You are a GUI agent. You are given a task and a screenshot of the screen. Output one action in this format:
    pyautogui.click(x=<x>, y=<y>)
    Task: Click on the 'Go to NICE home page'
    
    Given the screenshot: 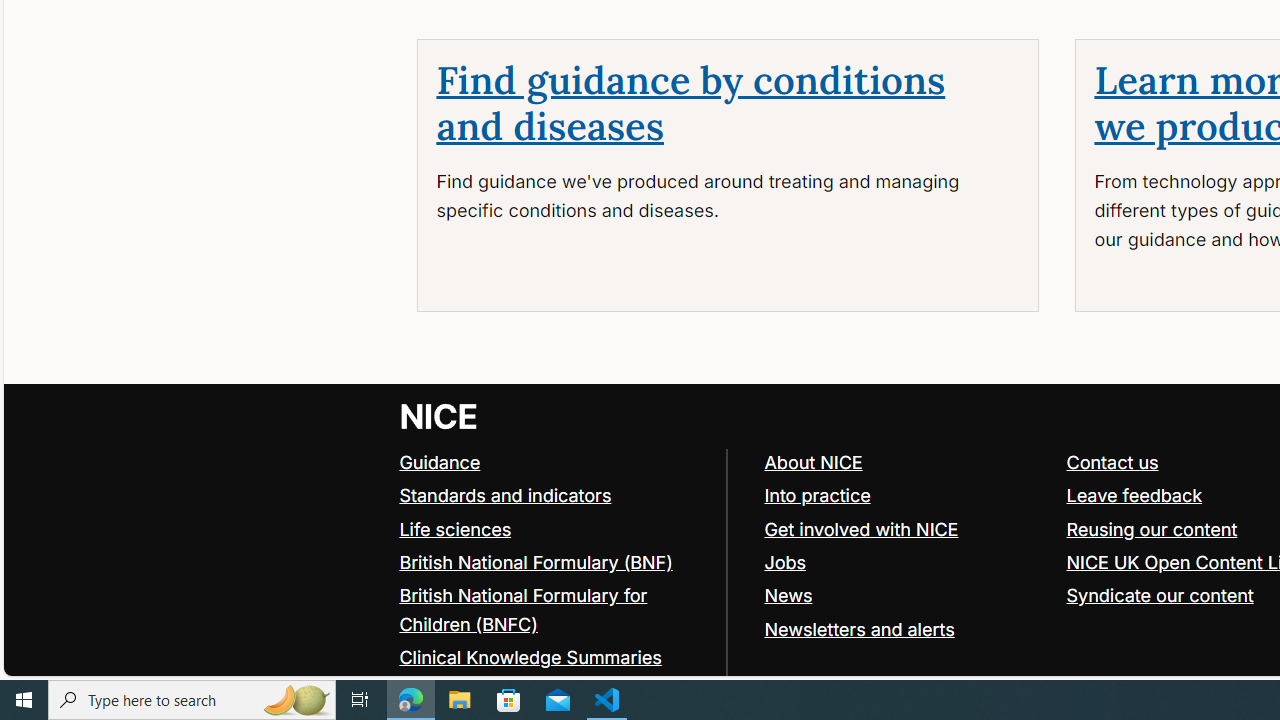 What is the action you would take?
    pyautogui.click(x=438, y=415)
    